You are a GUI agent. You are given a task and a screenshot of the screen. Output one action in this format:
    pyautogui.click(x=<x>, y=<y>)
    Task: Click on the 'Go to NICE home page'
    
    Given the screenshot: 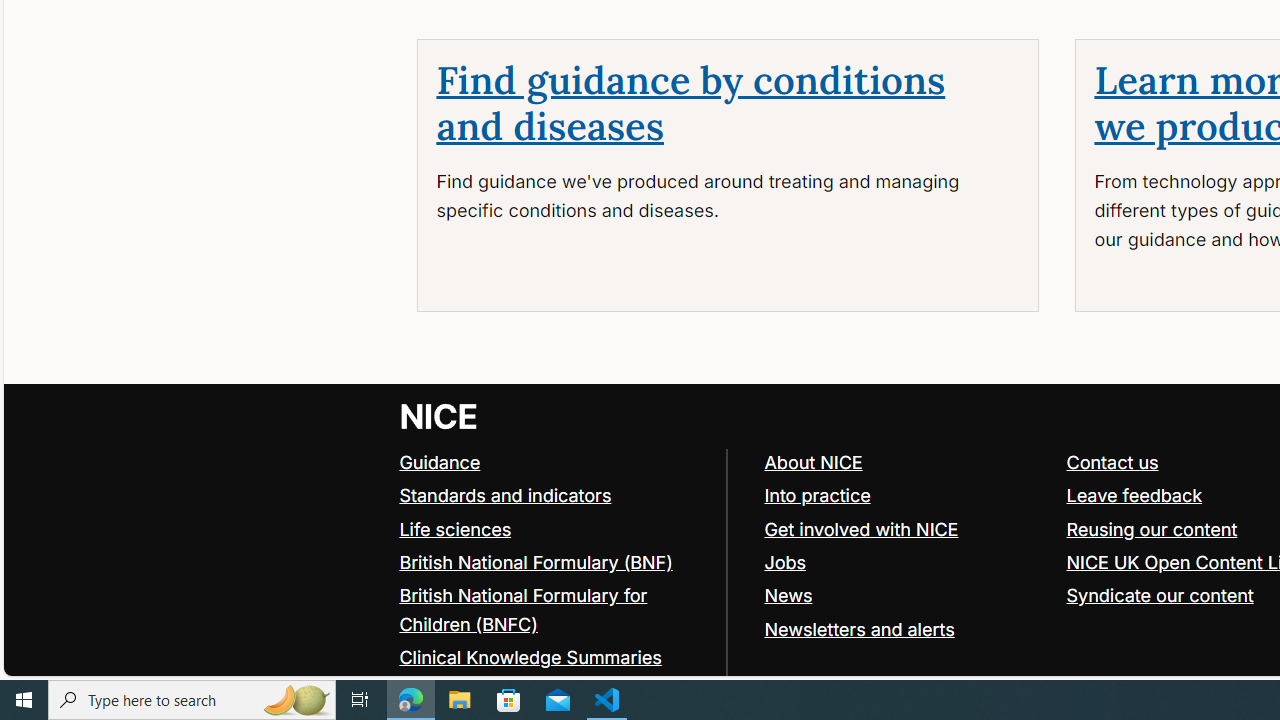 What is the action you would take?
    pyautogui.click(x=438, y=415)
    